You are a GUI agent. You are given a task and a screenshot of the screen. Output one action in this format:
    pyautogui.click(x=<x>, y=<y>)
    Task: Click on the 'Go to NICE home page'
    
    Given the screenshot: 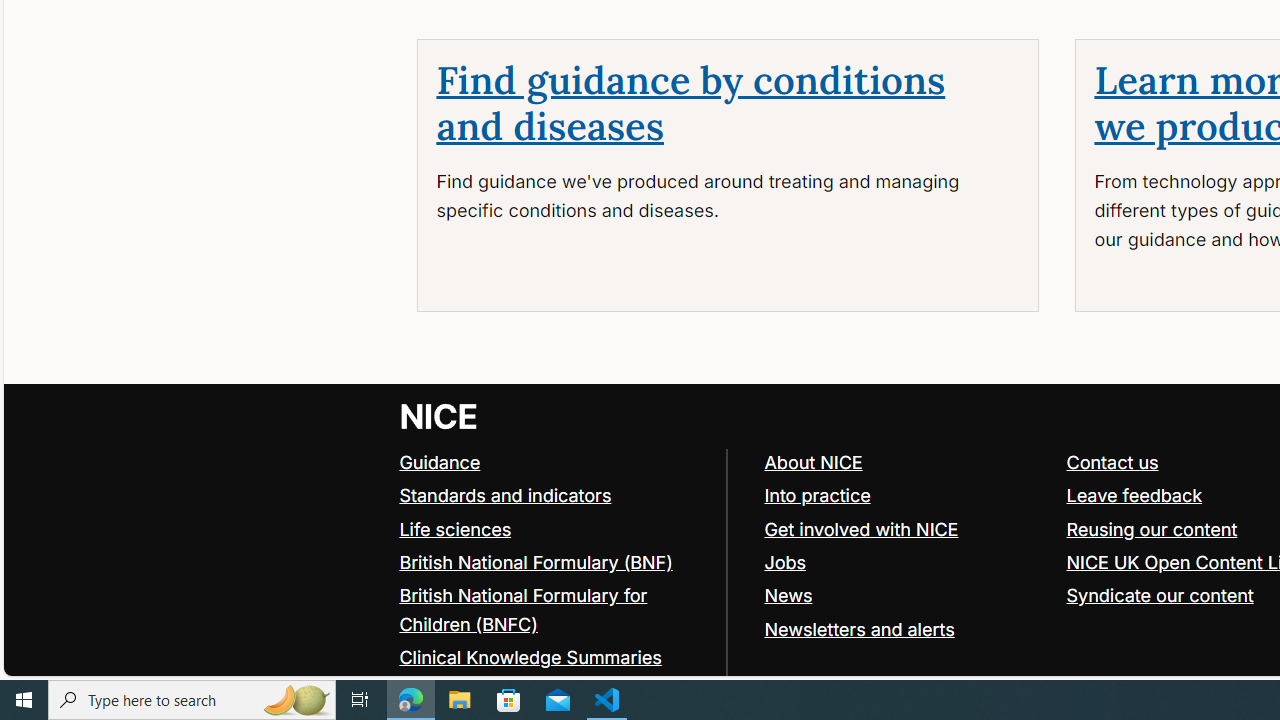 What is the action you would take?
    pyautogui.click(x=438, y=415)
    